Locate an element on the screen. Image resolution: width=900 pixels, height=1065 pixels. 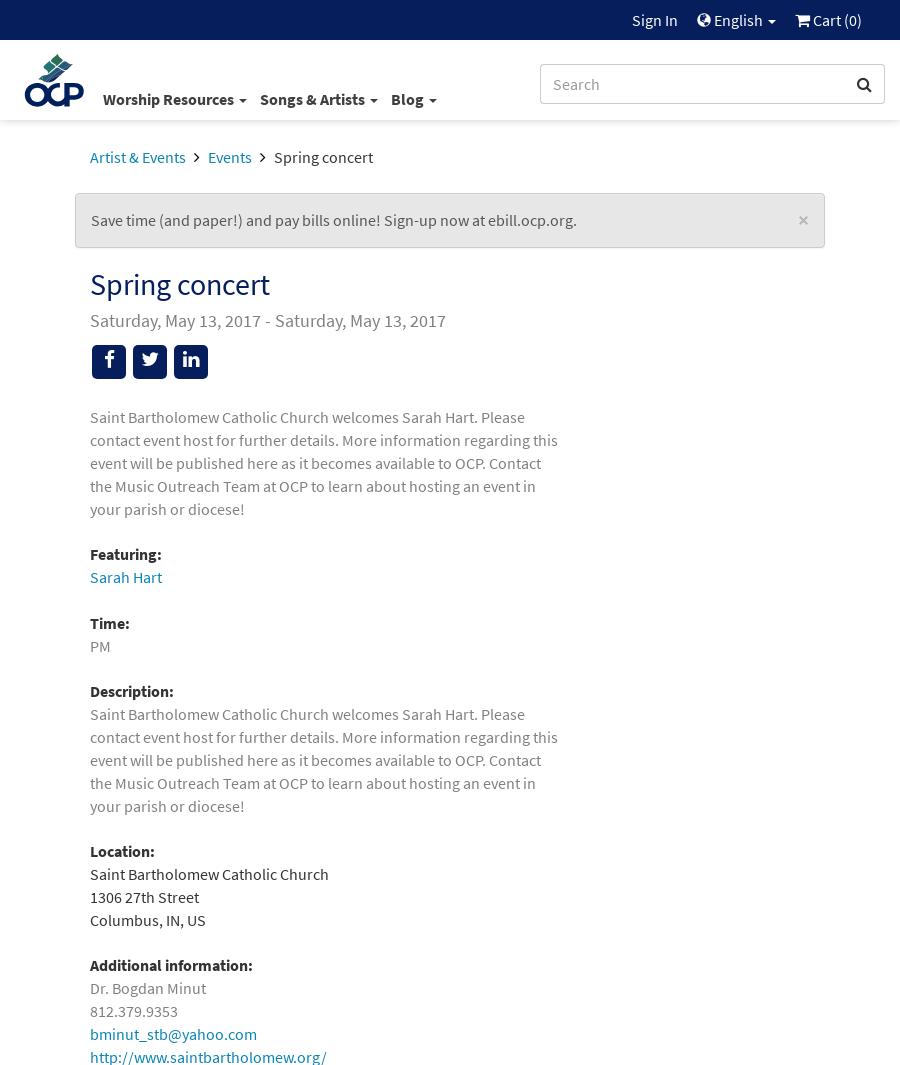
'Featuring:' is located at coordinates (89, 554).